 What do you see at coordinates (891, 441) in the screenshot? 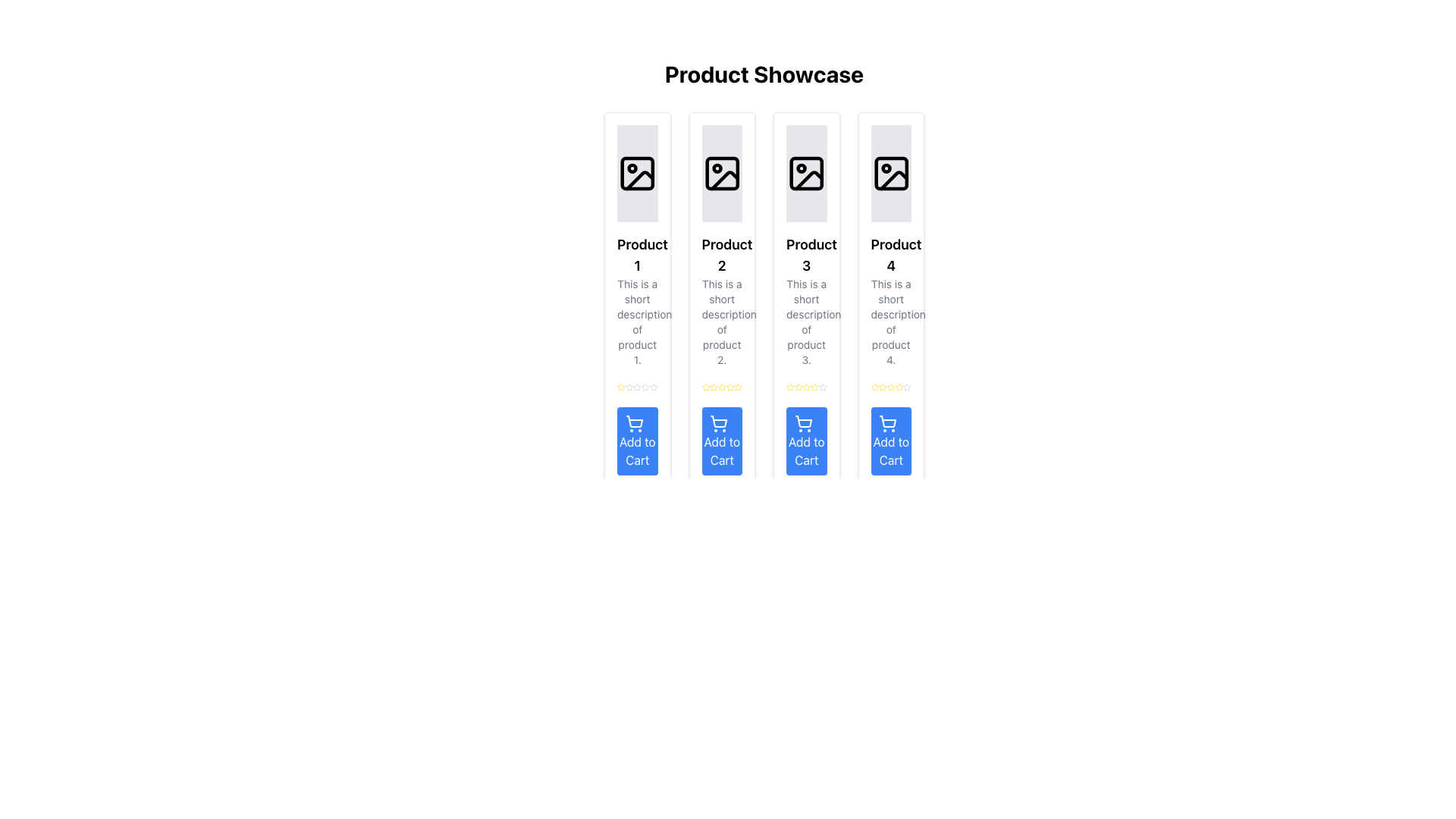
I see `the 'Add to Cart' button with a blue background and a shopping cart icon` at bounding box center [891, 441].